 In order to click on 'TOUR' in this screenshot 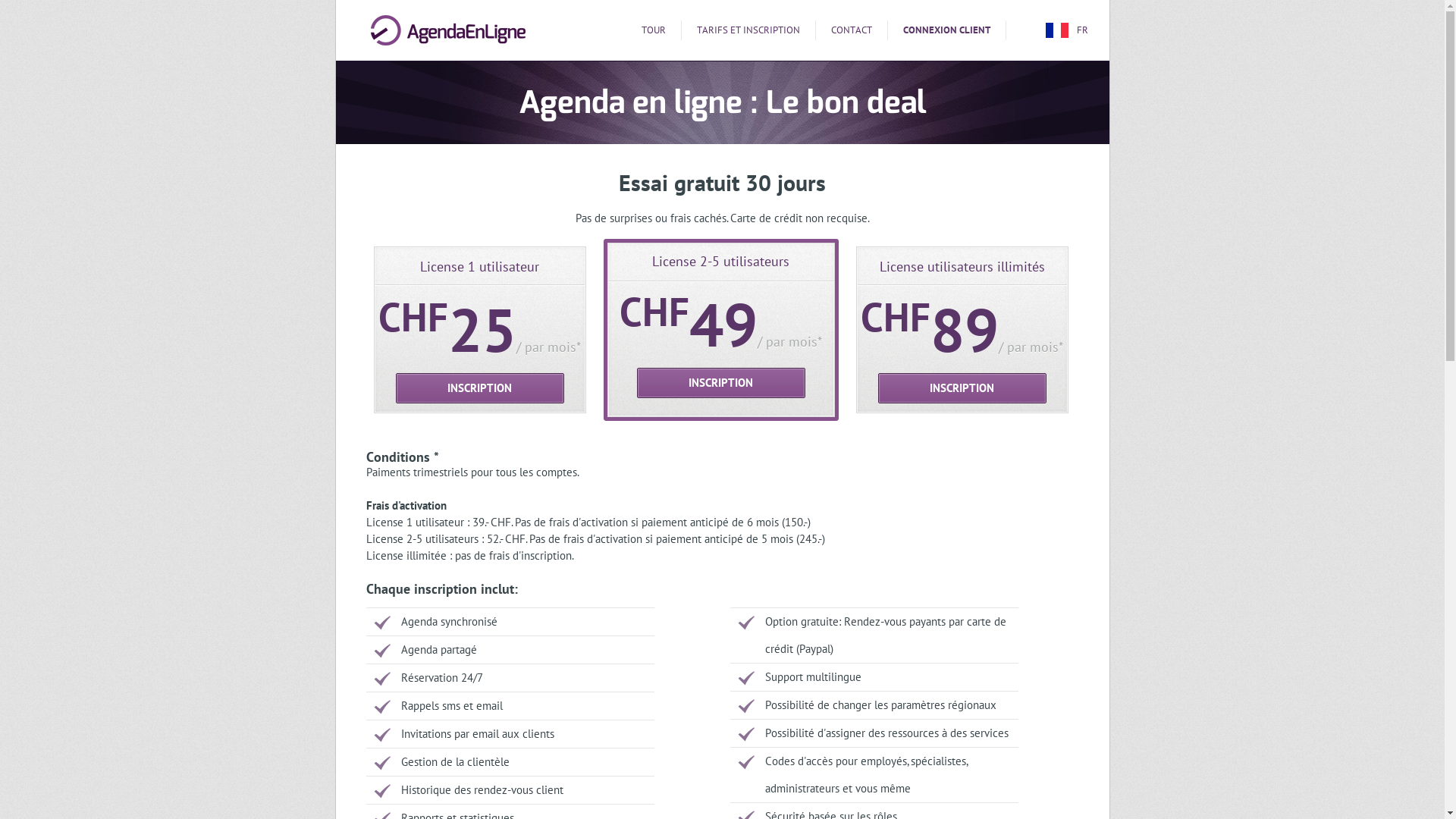, I will do `click(654, 30)`.